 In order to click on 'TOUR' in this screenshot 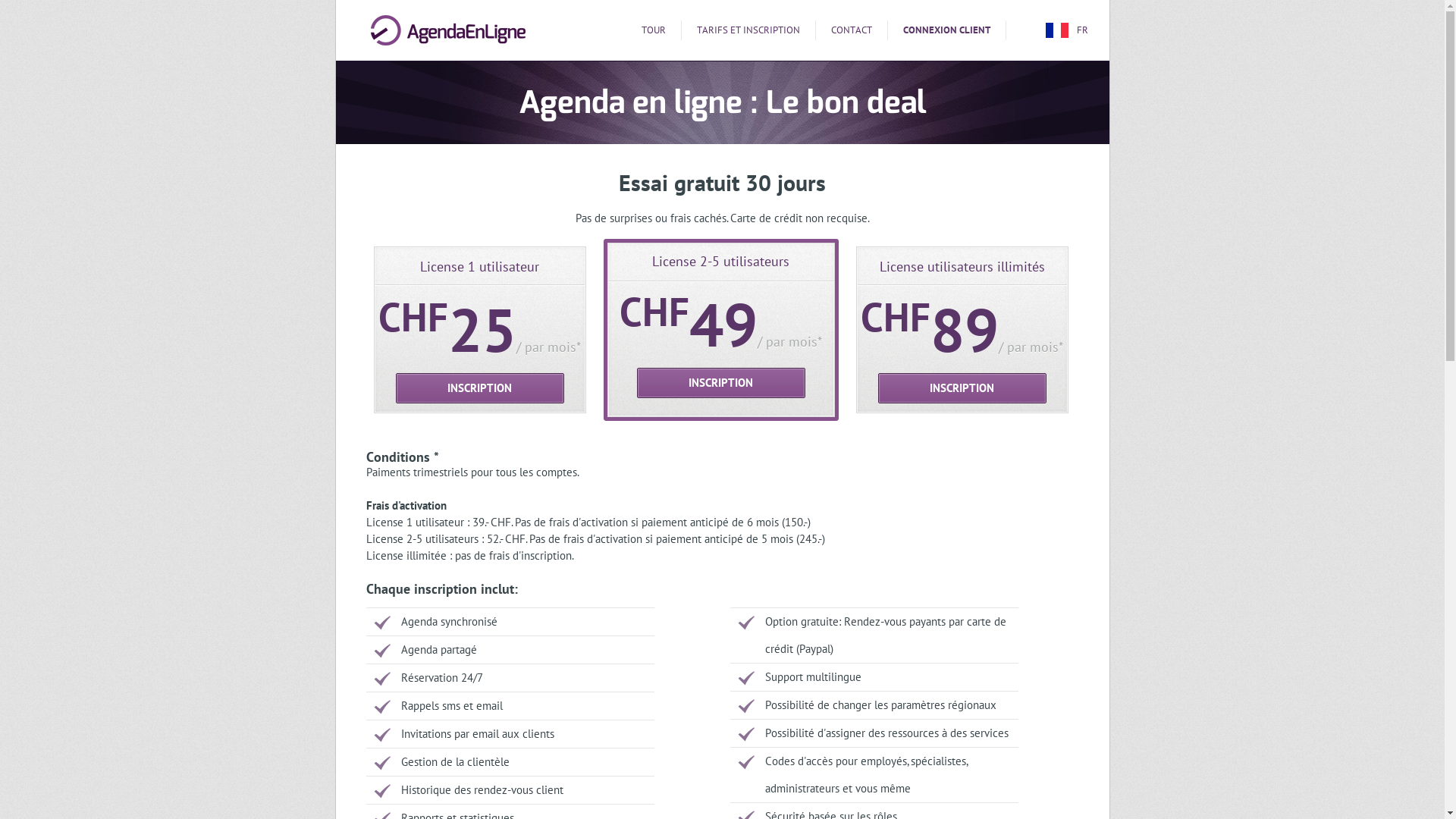, I will do `click(654, 30)`.